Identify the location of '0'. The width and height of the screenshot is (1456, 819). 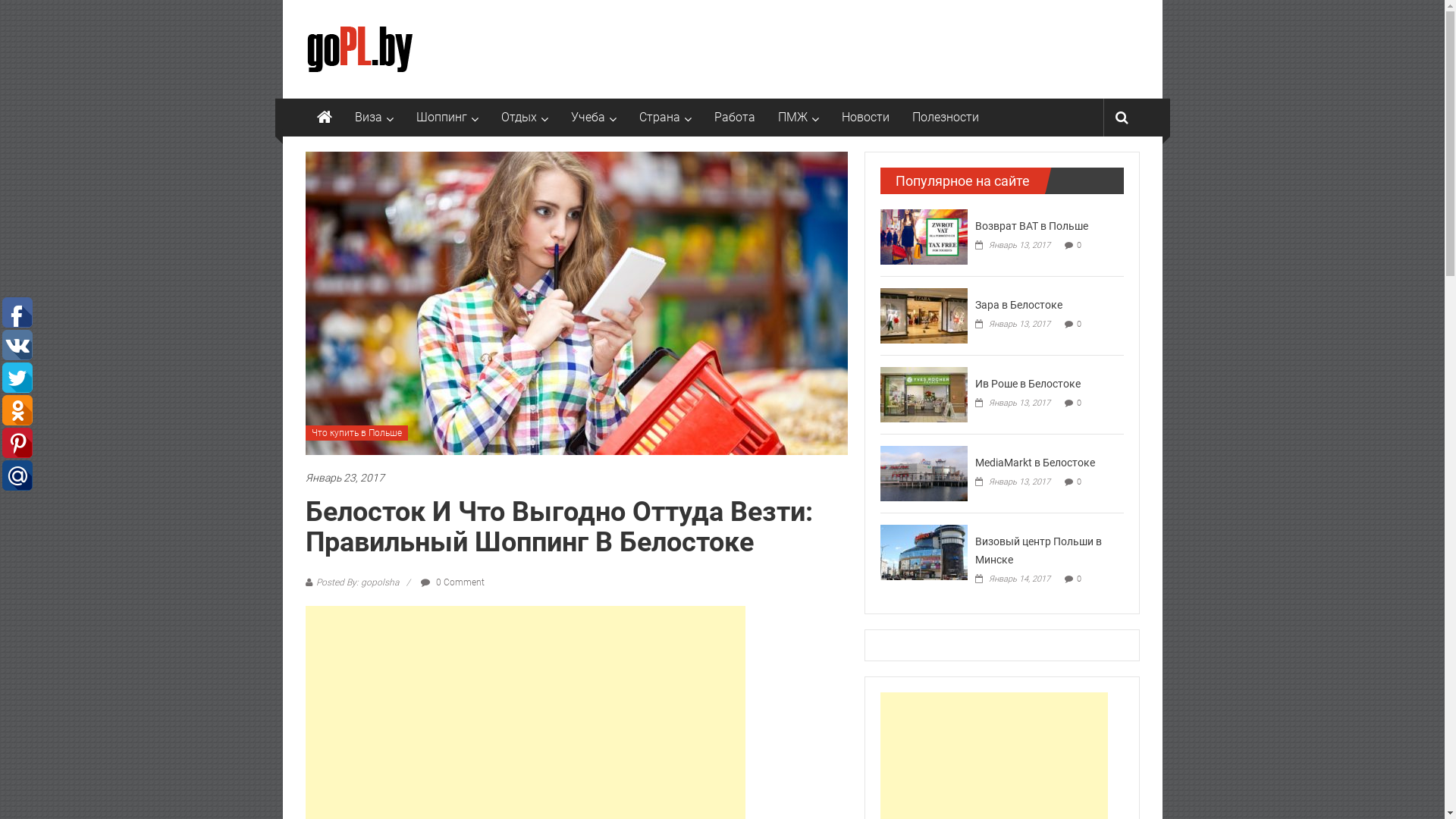
(1078, 244).